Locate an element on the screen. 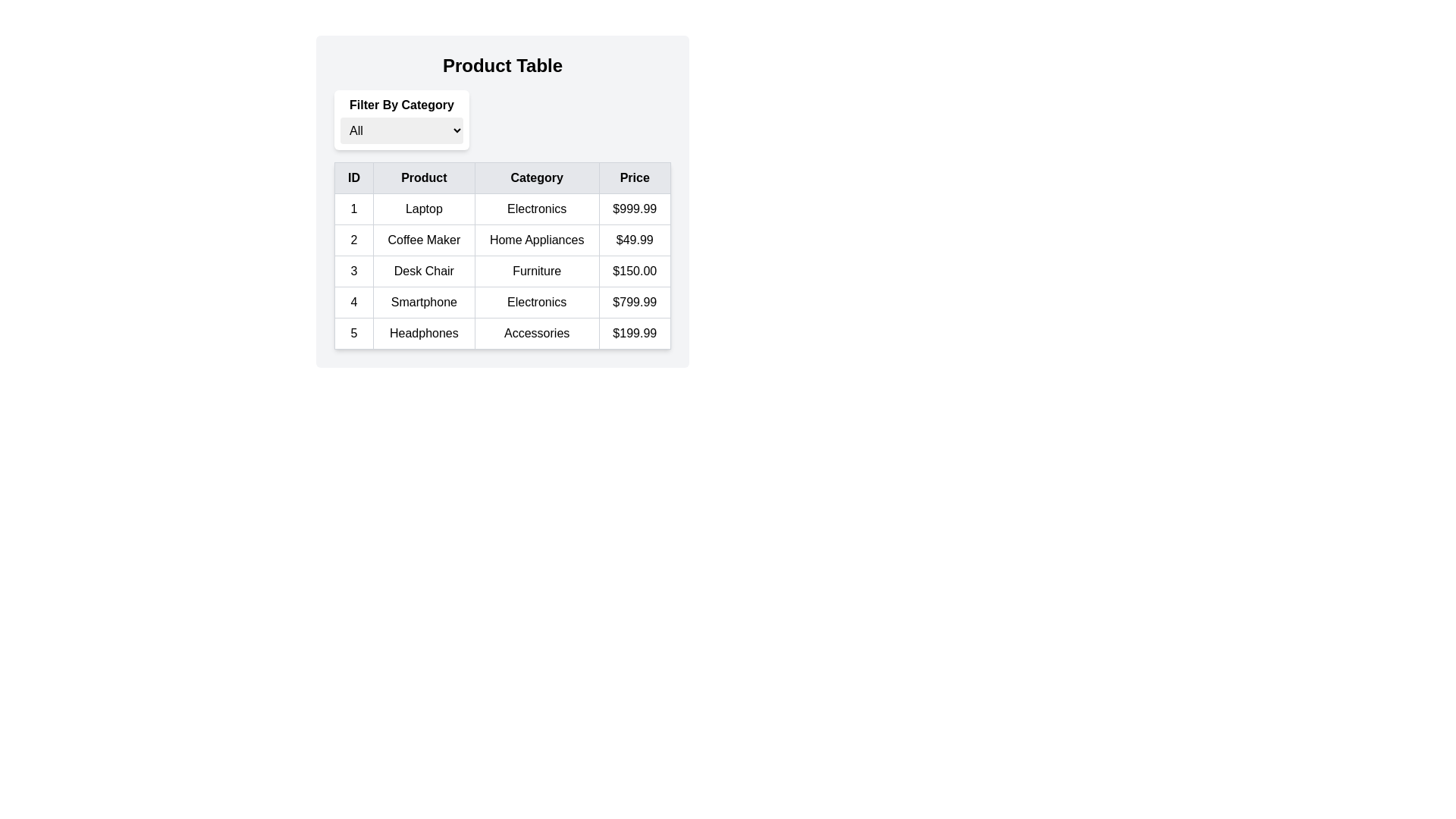  the second column header cell in the table is located at coordinates (424, 177).